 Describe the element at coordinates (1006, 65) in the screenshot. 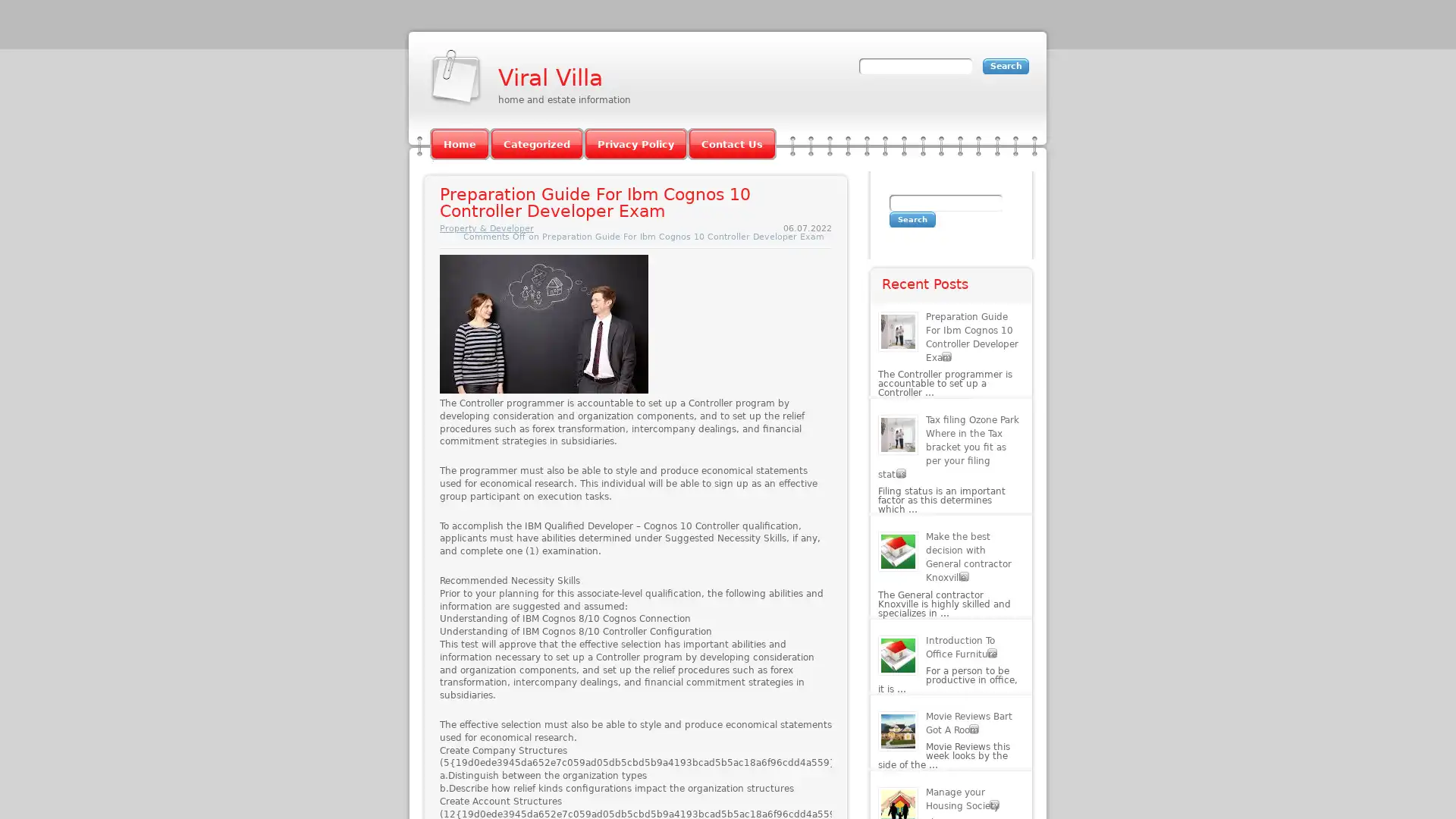

I see `Search` at that location.